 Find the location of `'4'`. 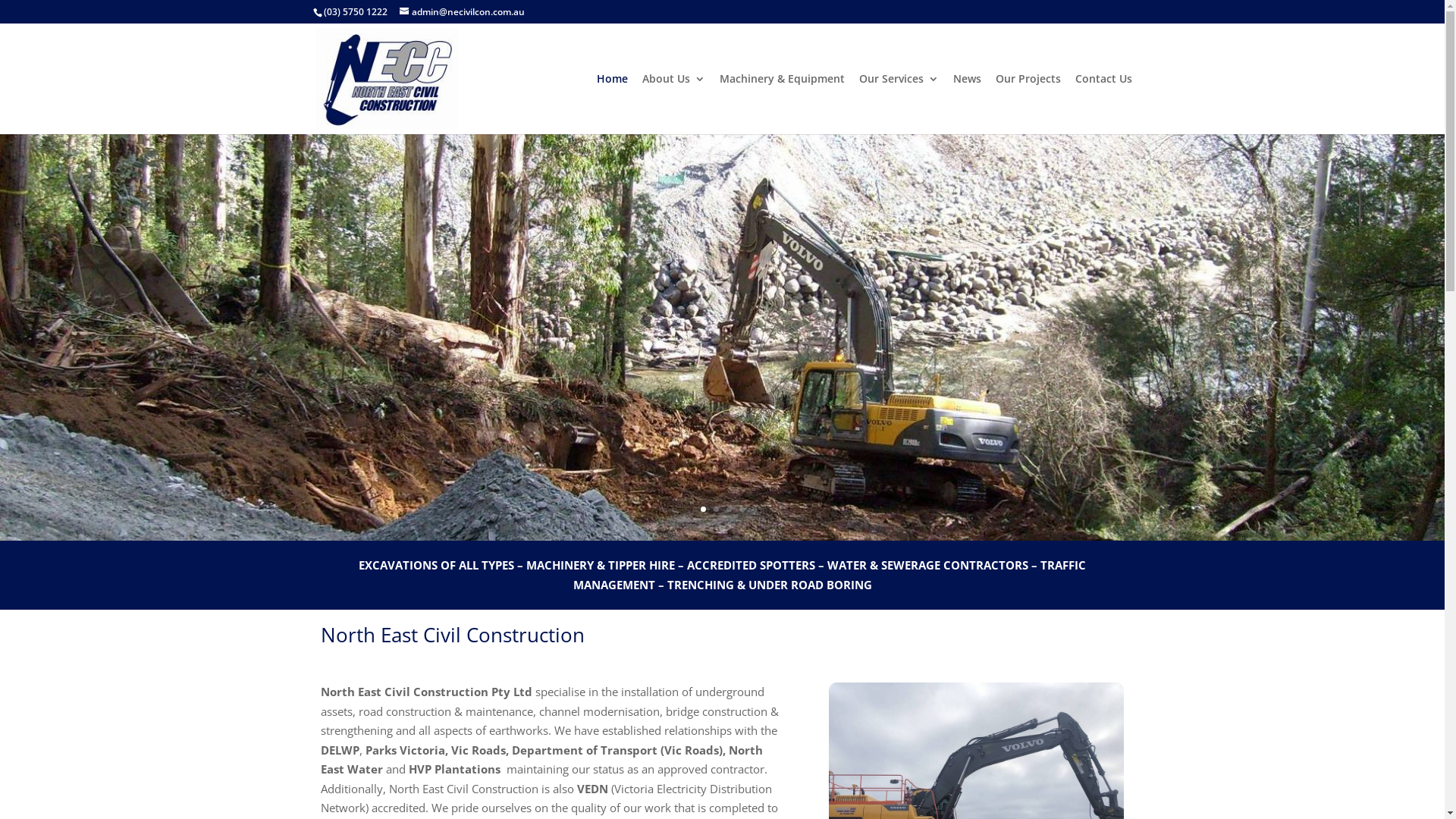

'4' is located at coordinates (741, 509).